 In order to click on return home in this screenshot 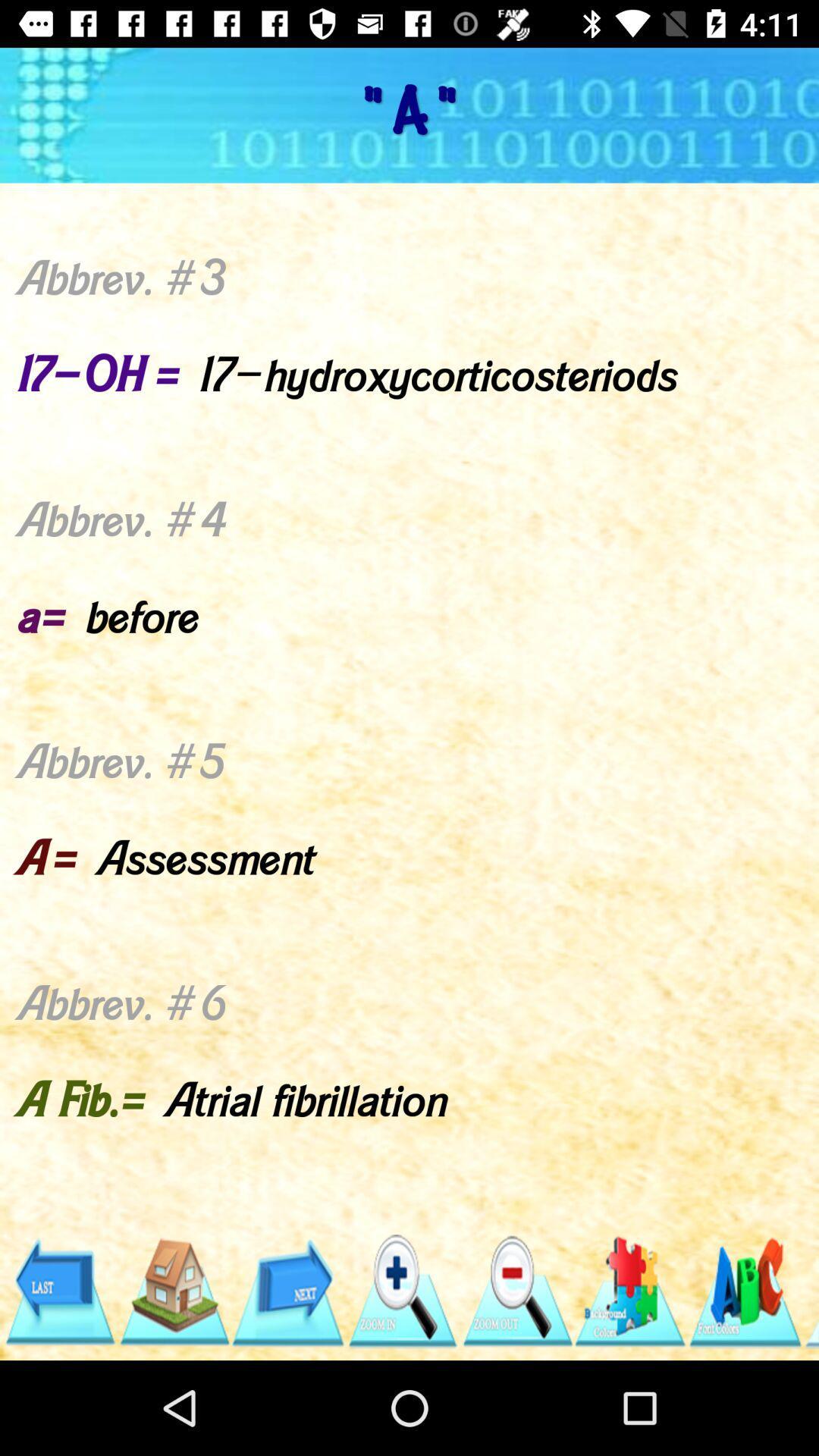, I will do `click(173, 1291)`.